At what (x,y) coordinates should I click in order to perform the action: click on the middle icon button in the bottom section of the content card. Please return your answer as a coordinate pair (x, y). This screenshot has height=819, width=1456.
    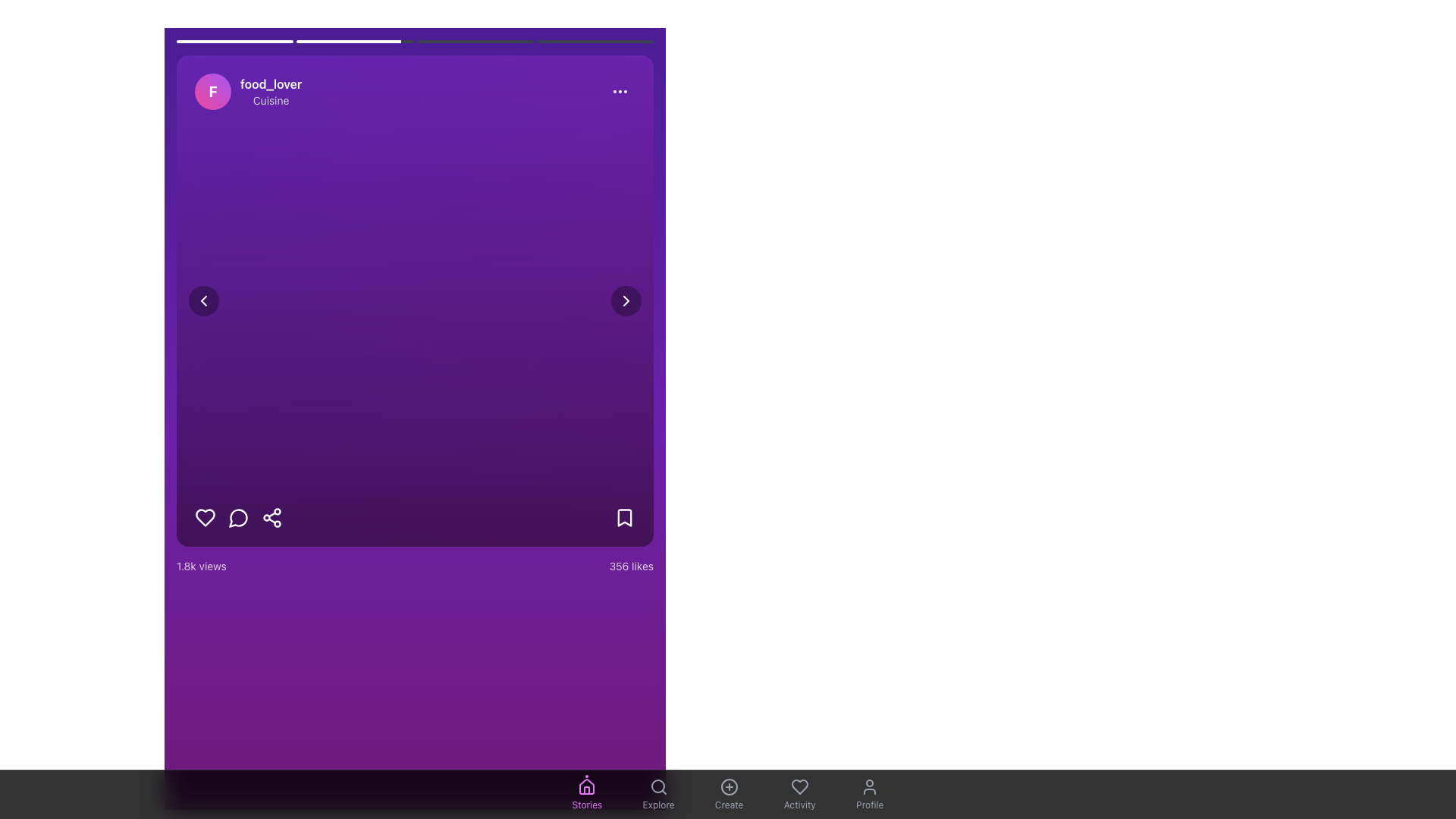
    Looking at the image, I should click on (238, 516).